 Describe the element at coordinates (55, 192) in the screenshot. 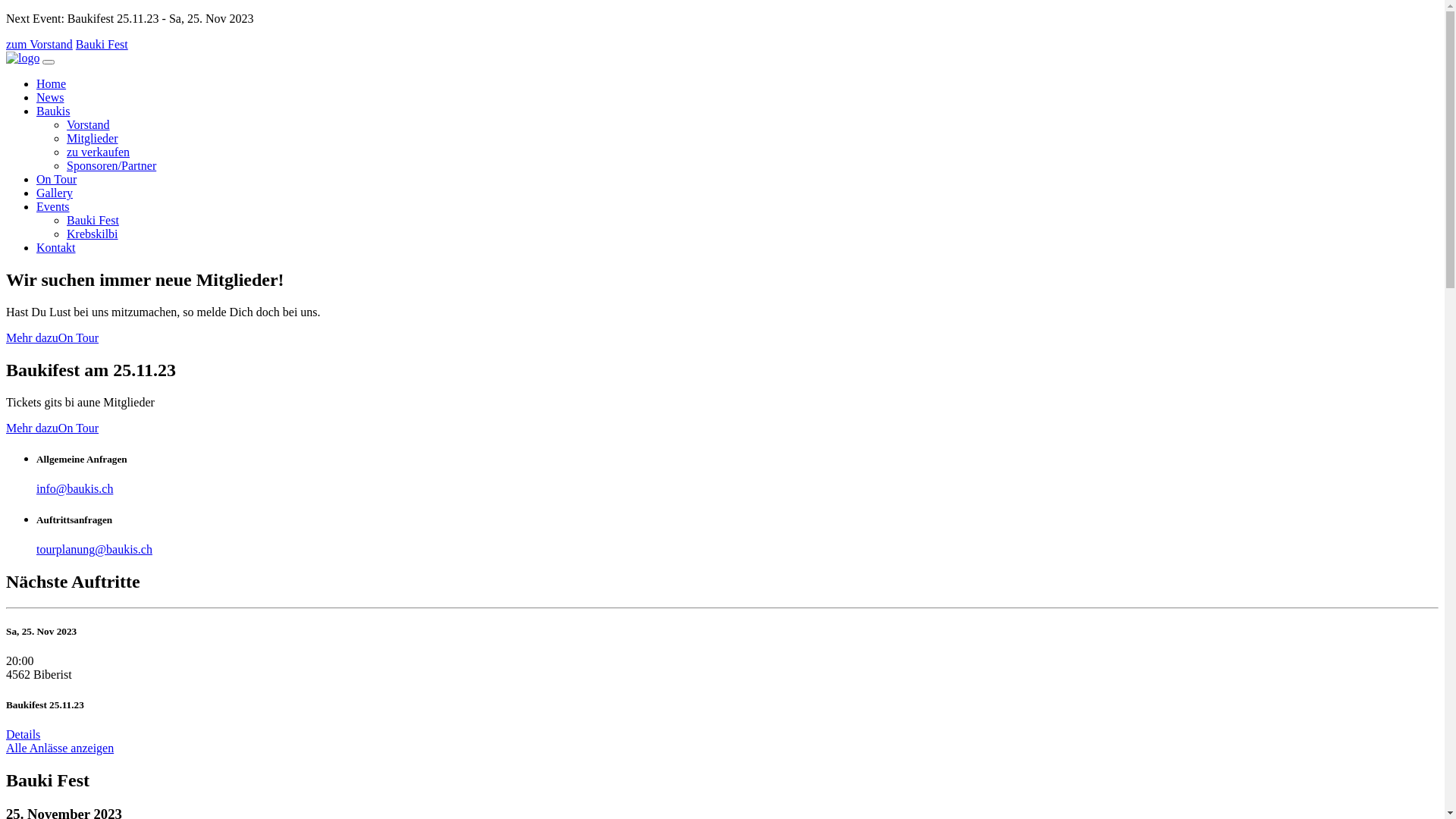

I see `'Gallery'` at that location.